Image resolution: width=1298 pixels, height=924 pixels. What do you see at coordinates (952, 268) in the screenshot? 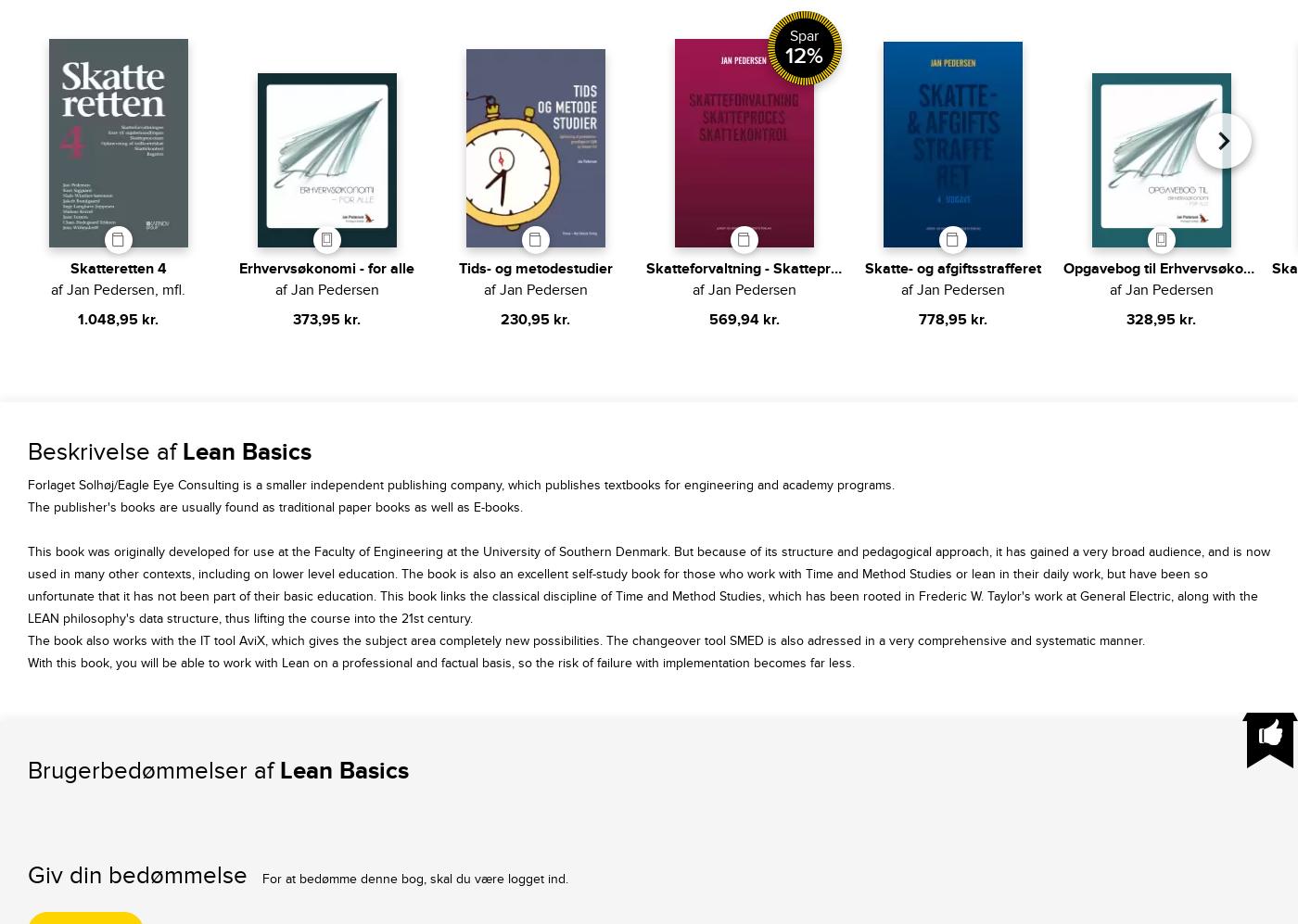
I see `'Skatte- og afgiftsstrafferet'` at bounding box center [952, 268].